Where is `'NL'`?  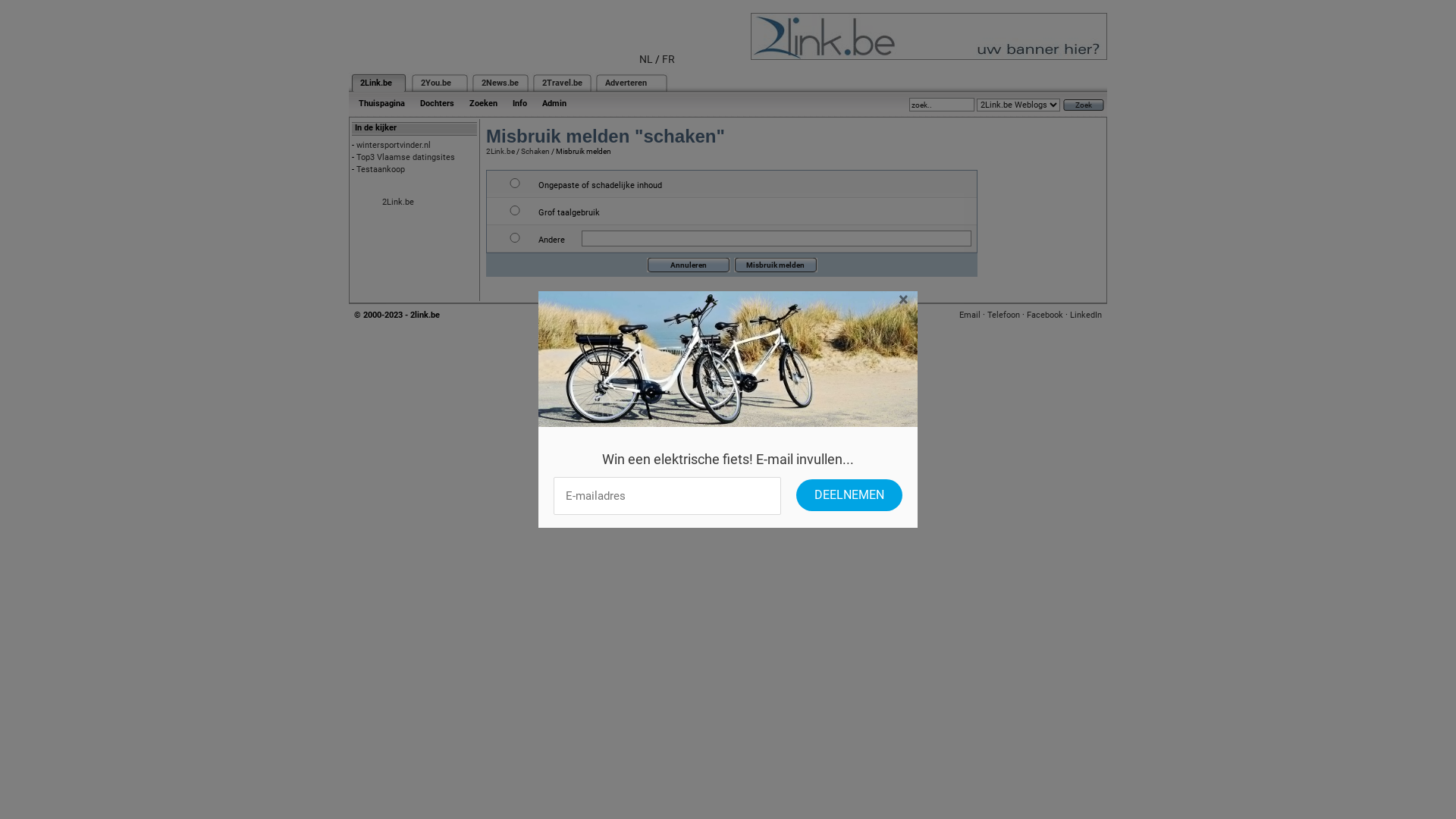 'NL' is located at coordinates (645, 58).